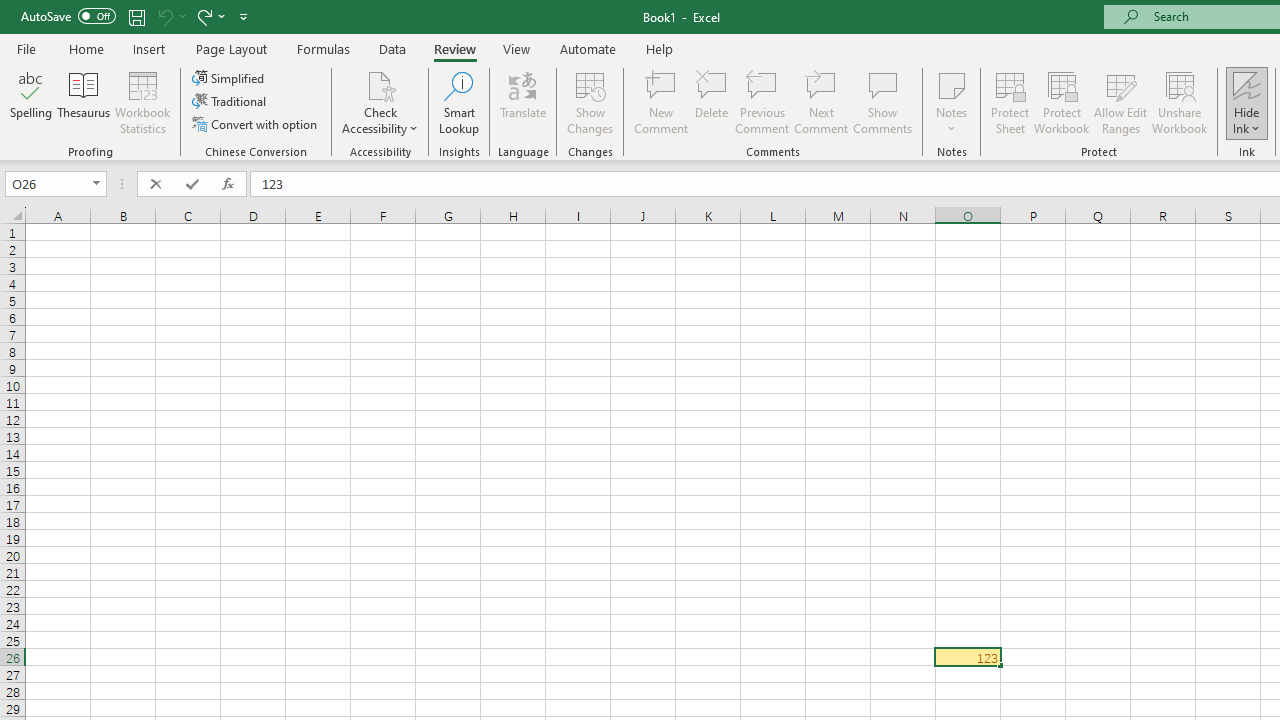 The width and height of the screenshot is (1280, 720). I want to click on 'Convert with option', so click(255, 124).